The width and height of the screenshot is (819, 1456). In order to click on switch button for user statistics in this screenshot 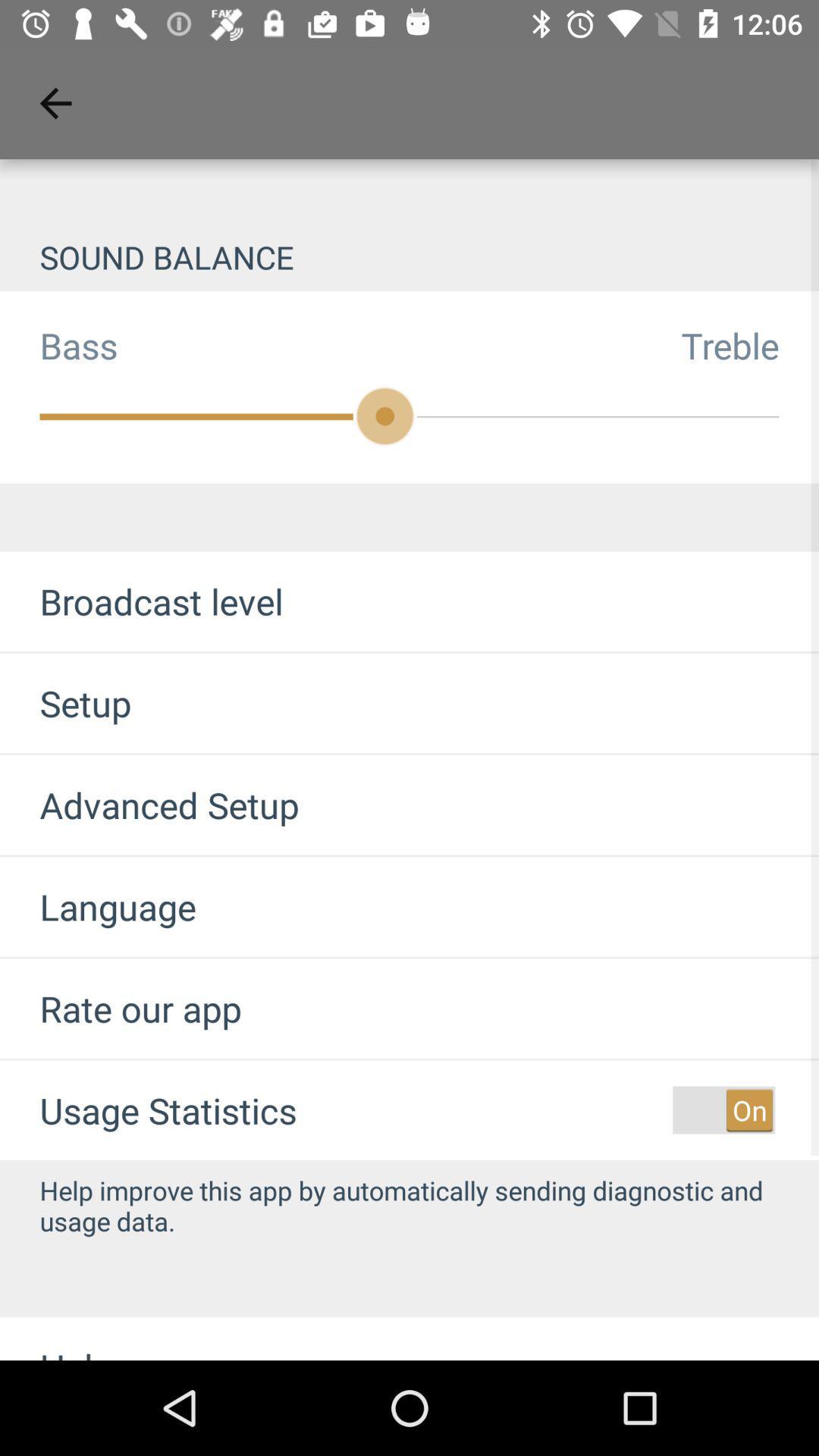, I will do `click(723, 1110)`.